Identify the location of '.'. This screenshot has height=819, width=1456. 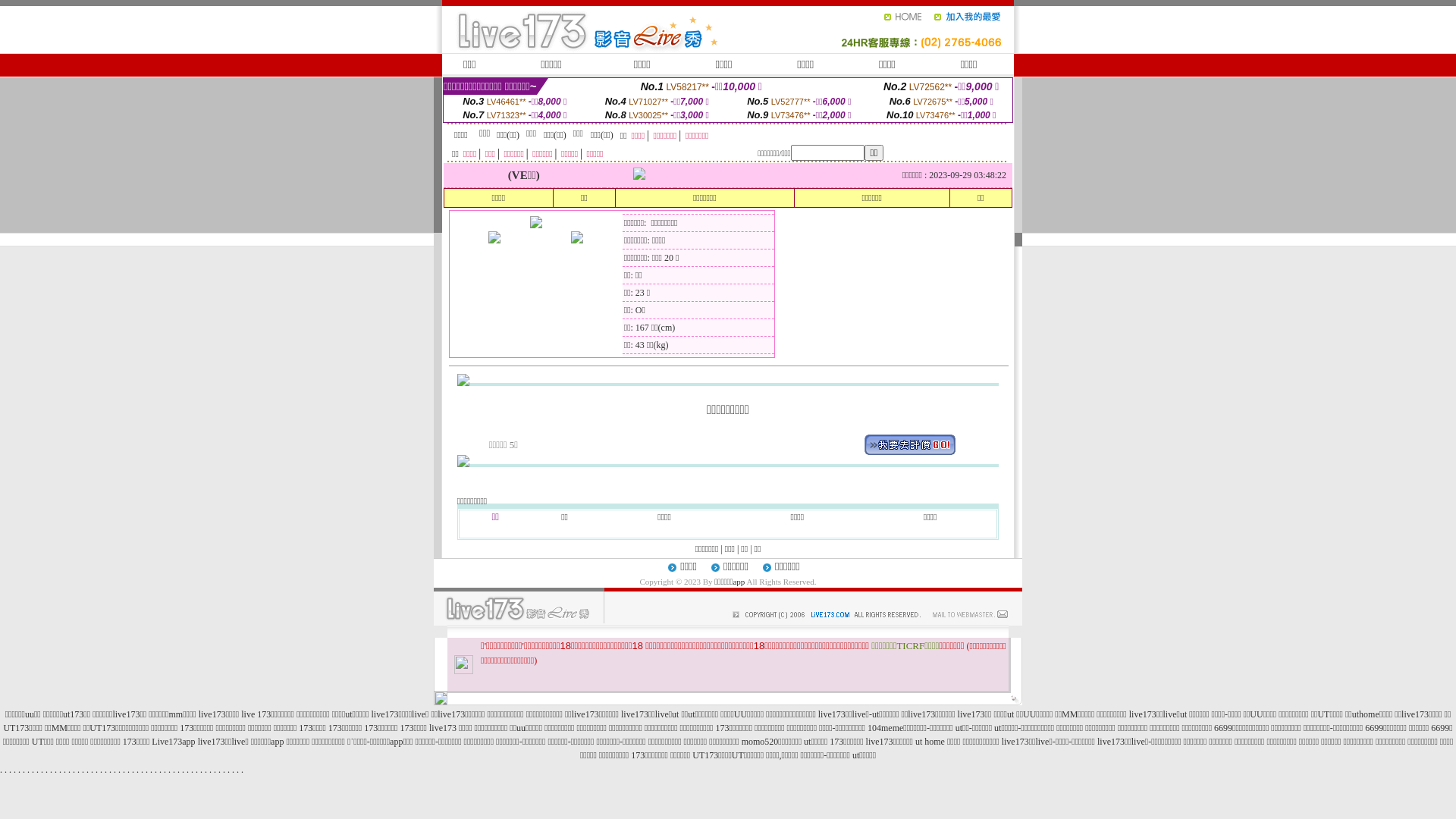
(196, 769).